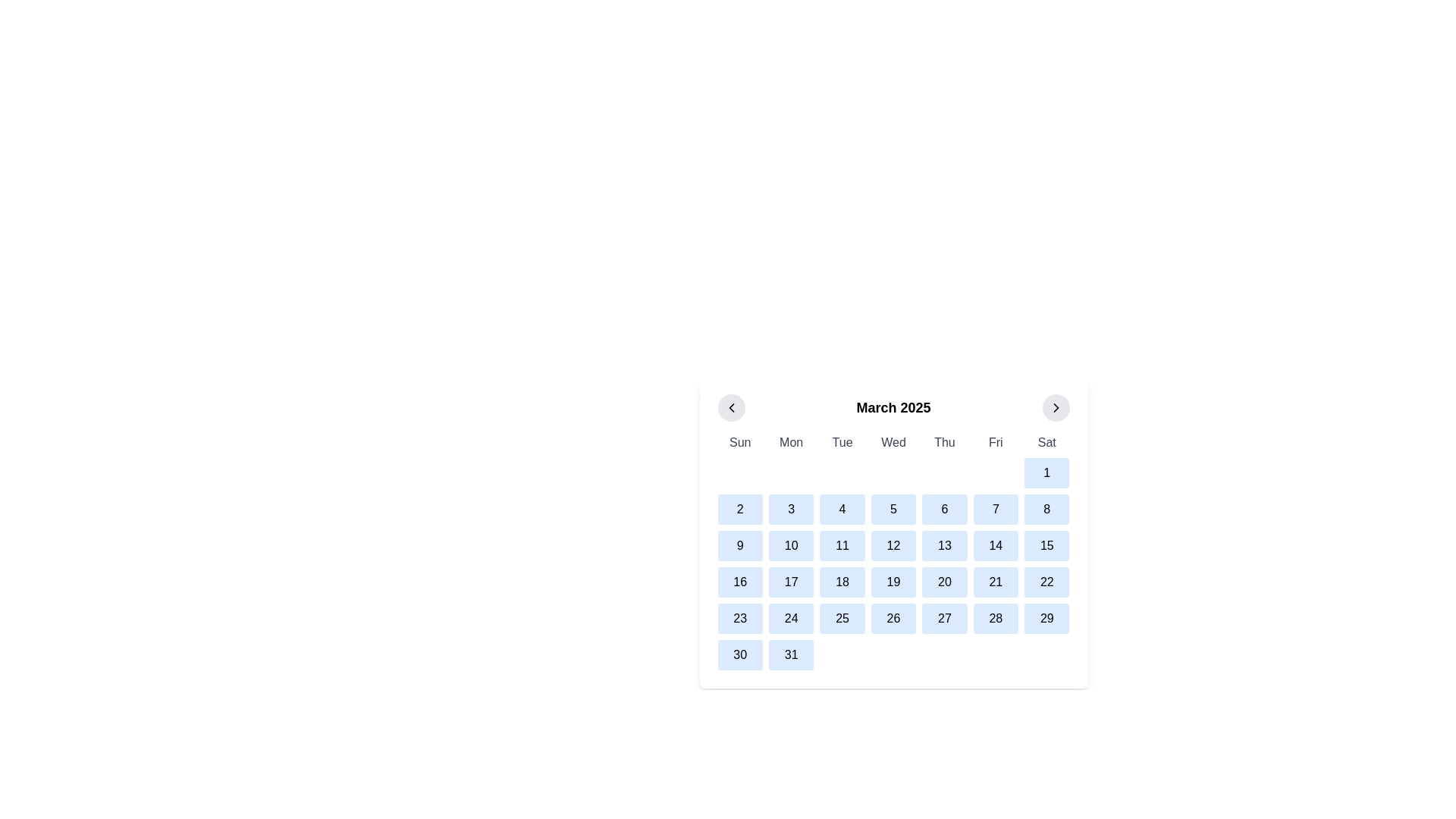  Describe the element at coordinates (740, 509) in the screenshot. I see `the button displaying the number '2' in the calendar grid under the 'Sun' column` at that location.